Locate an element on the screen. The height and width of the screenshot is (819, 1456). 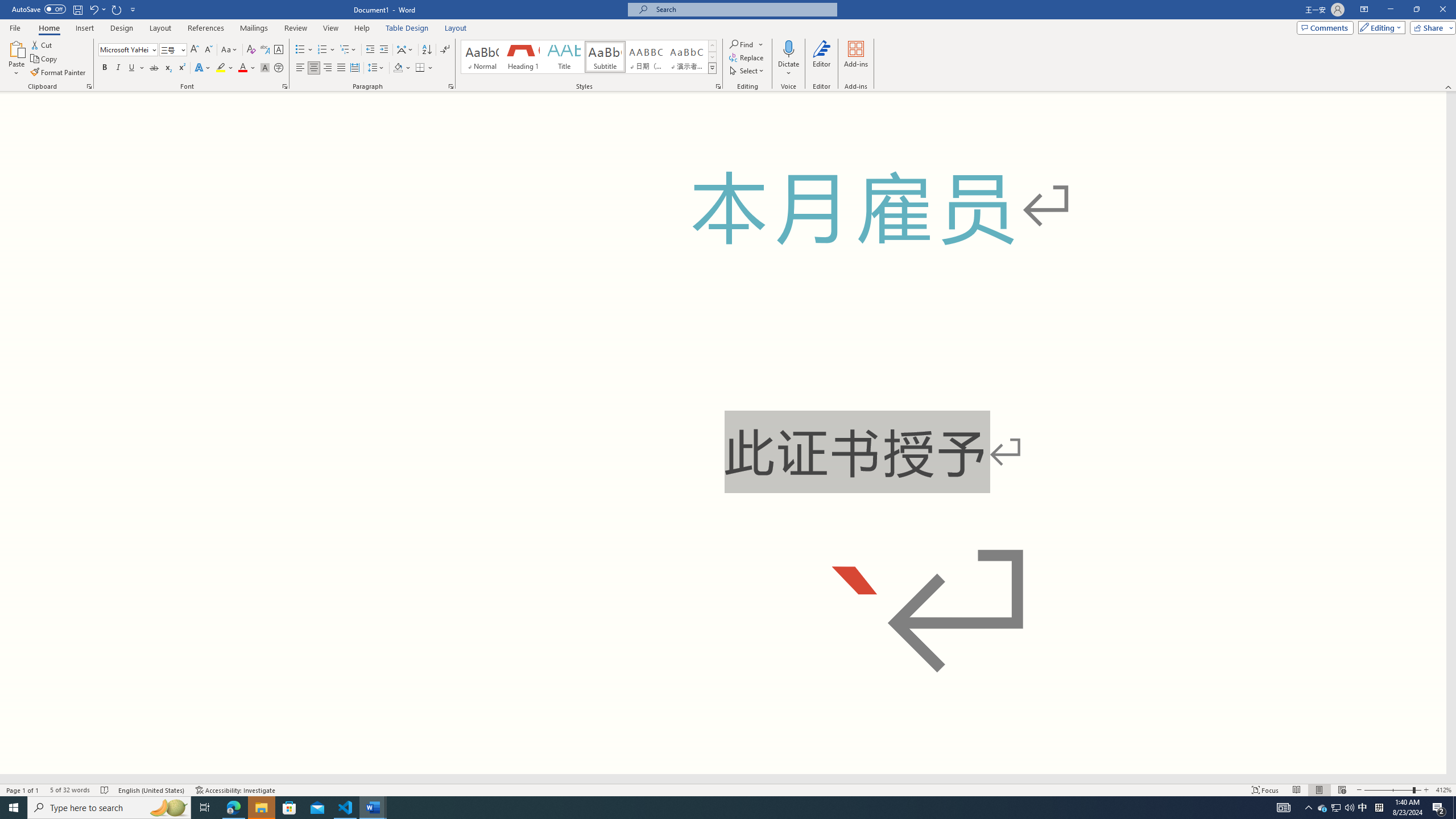
'Focus ' is located at coordinates (1265, 790).